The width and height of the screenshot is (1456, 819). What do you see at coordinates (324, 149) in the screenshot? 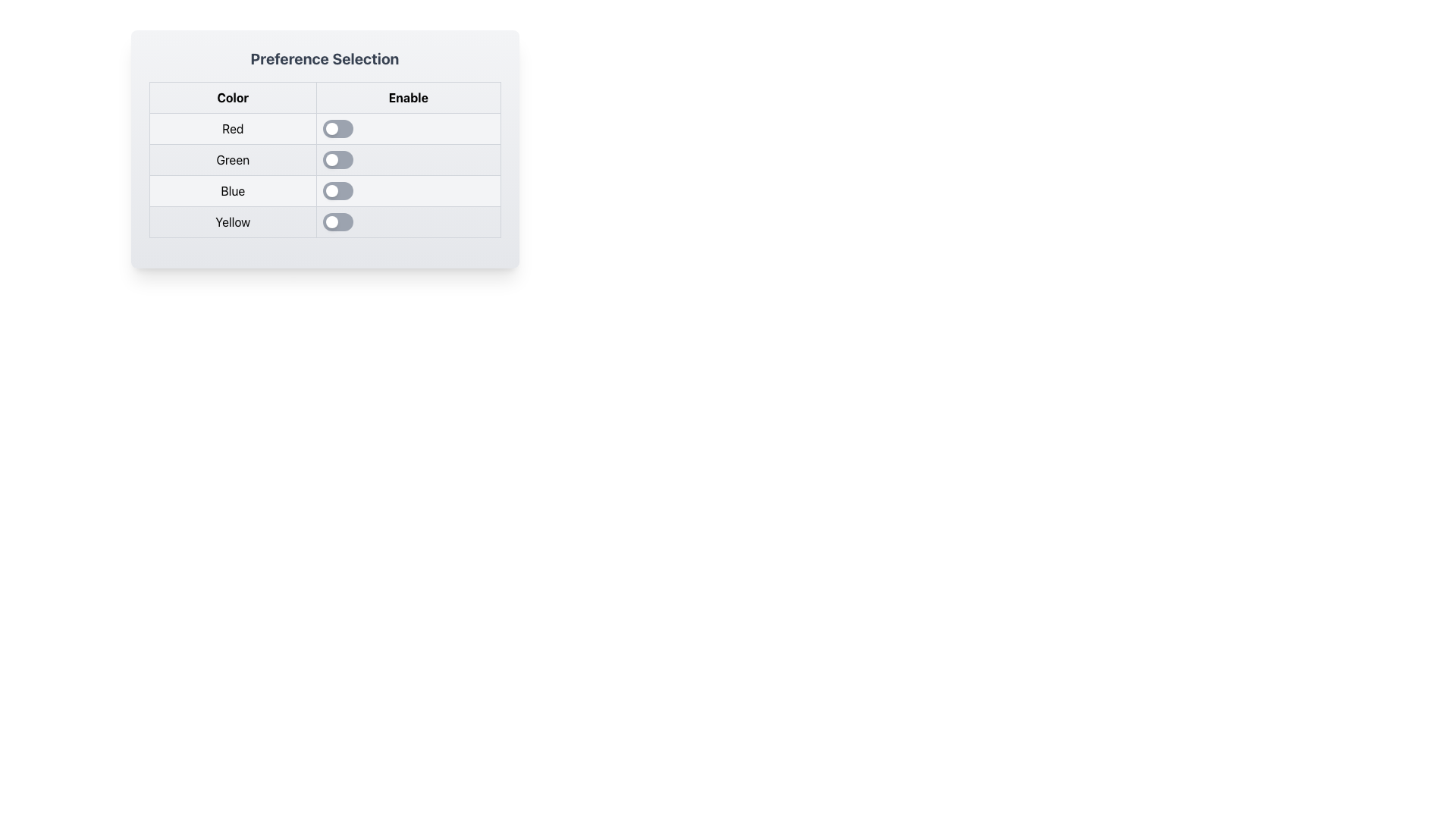
I see `the panel containing table elements and toggle switches, which has a gradient background and rounded corners` at bounding box center [324, 149].